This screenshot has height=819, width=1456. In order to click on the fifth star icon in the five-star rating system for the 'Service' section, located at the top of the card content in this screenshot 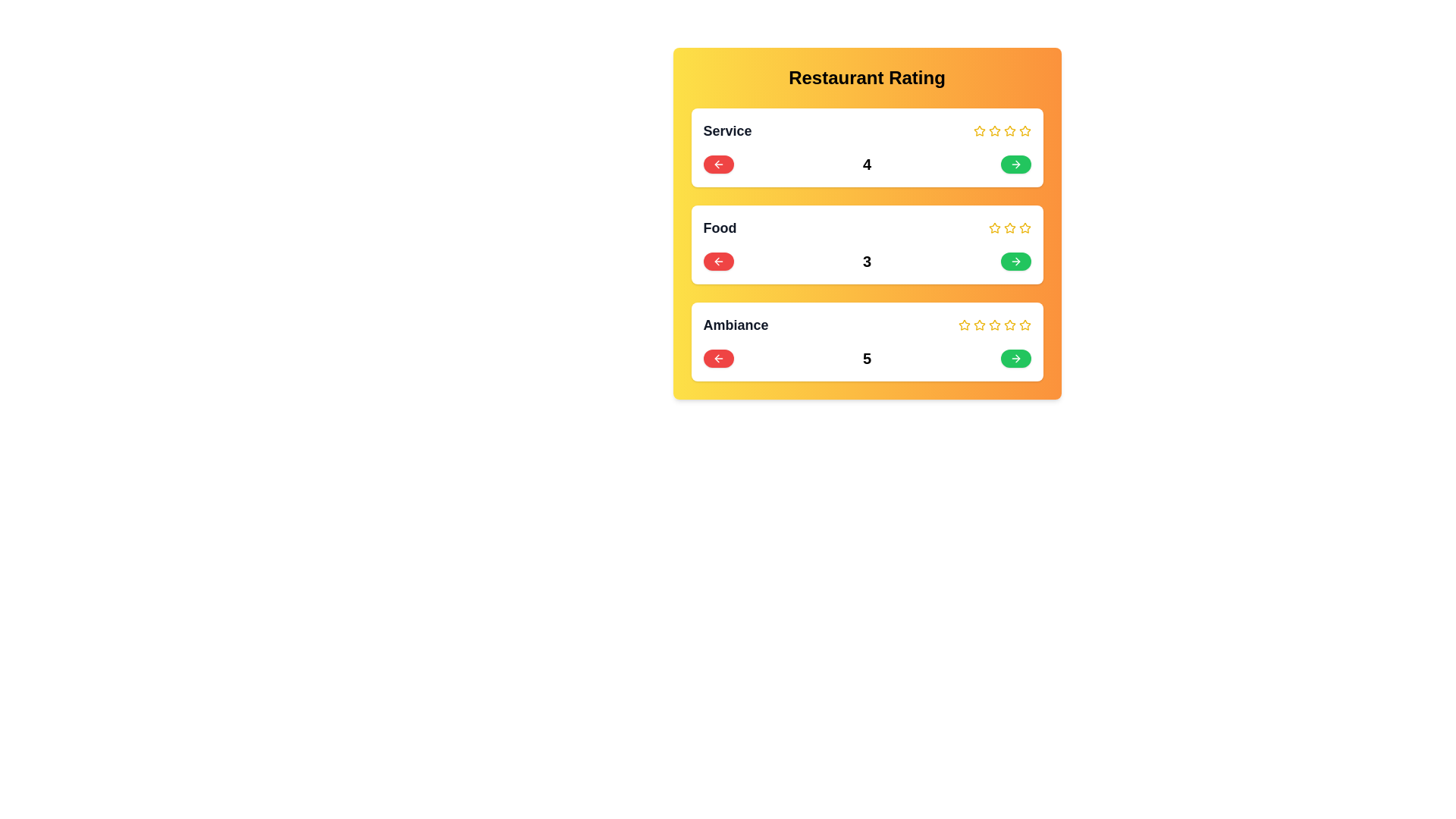, I will do `click(1025, 130)`.